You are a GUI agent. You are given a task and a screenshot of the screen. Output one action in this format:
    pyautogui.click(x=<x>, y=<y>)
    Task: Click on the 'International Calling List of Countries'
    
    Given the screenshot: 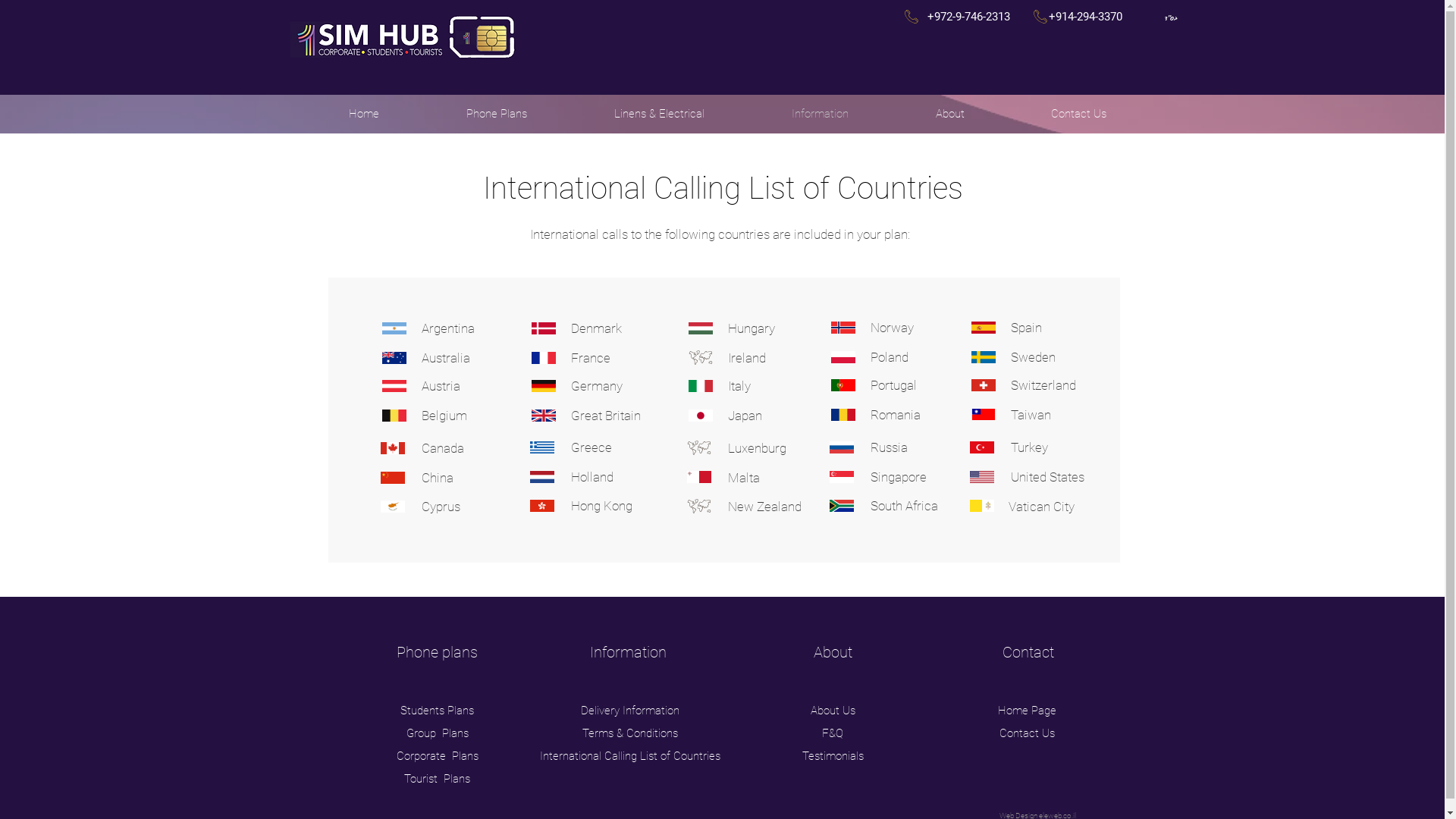 What is the action you would take?
    pyautogui.click(x=629, y=755)
    